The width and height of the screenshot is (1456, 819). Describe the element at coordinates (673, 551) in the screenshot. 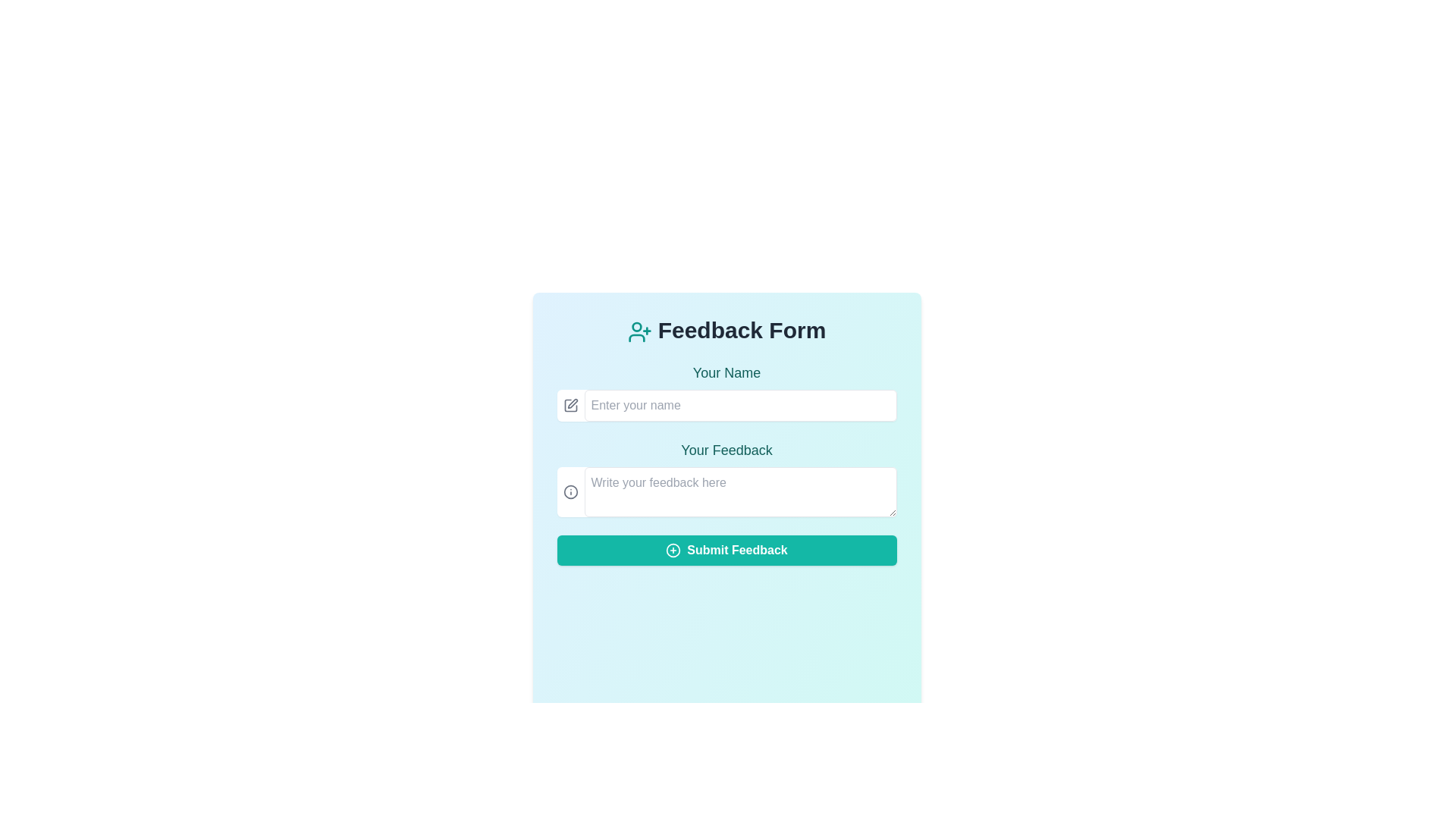

I see `the add or create icon located to the left of the 'Submit Feedback' text within the teal-colored button at the bottom of the feedback form` at that location.